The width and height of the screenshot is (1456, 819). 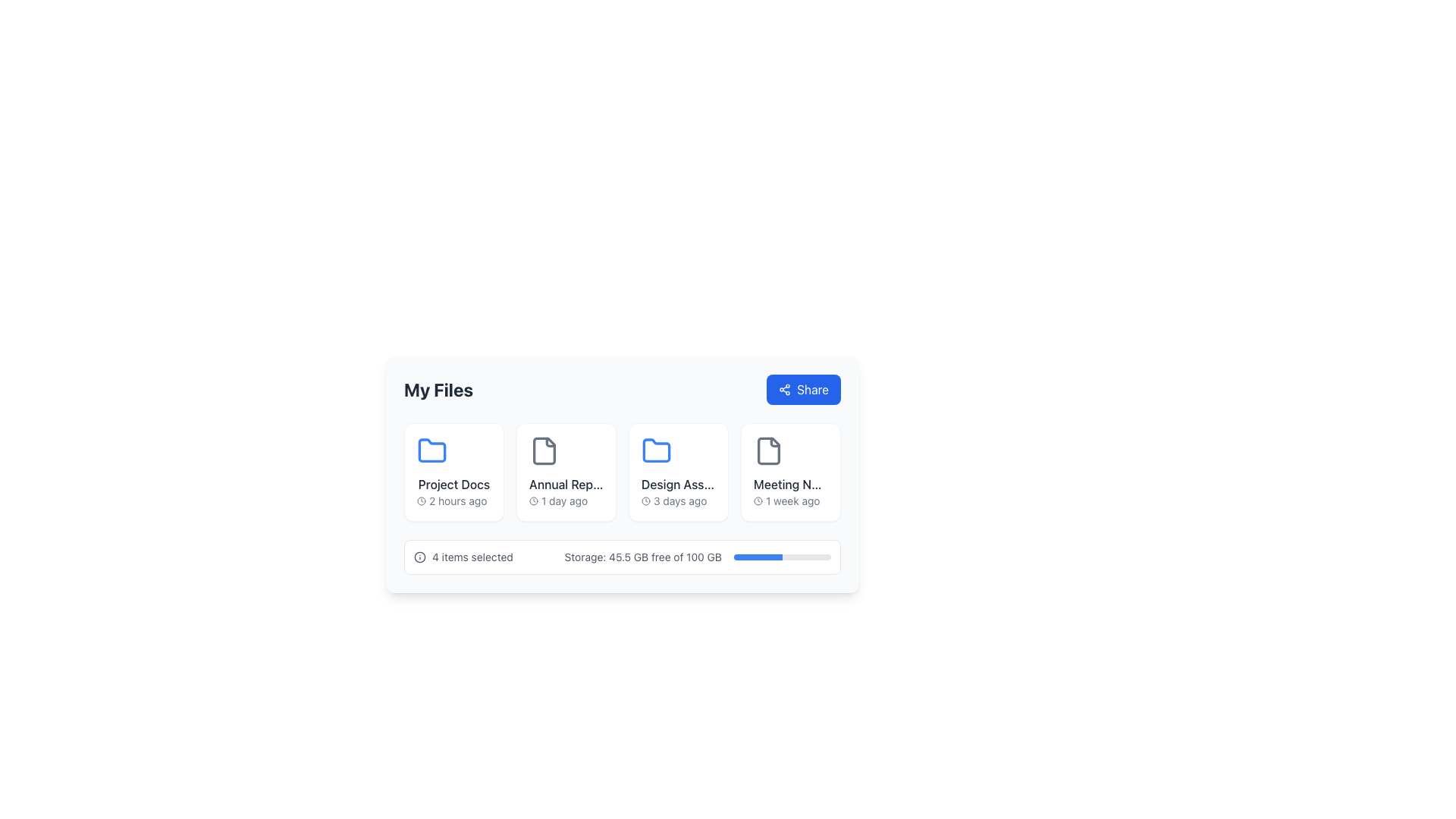 What do you see at coordinates (438, 388) in the screenshot?
I see `the 'My Files' static text label, which is bold and prominently displayed in dark gray as a title within the interface` at bounding box center [438, 388].